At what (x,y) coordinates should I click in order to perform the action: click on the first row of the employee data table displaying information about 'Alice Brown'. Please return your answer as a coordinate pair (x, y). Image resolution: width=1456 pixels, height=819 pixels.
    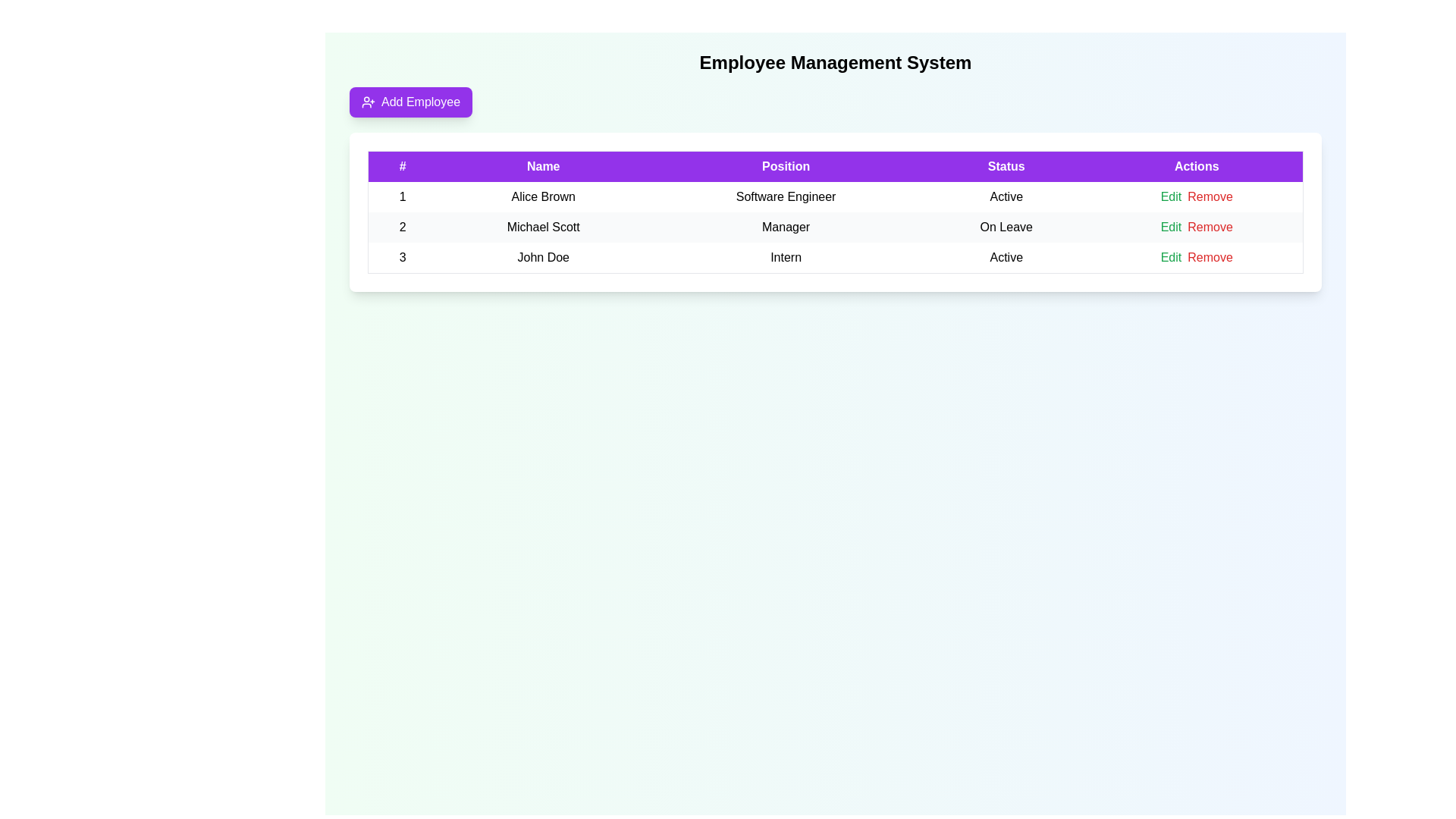
    Looking at the image, I should click on (835, 196).